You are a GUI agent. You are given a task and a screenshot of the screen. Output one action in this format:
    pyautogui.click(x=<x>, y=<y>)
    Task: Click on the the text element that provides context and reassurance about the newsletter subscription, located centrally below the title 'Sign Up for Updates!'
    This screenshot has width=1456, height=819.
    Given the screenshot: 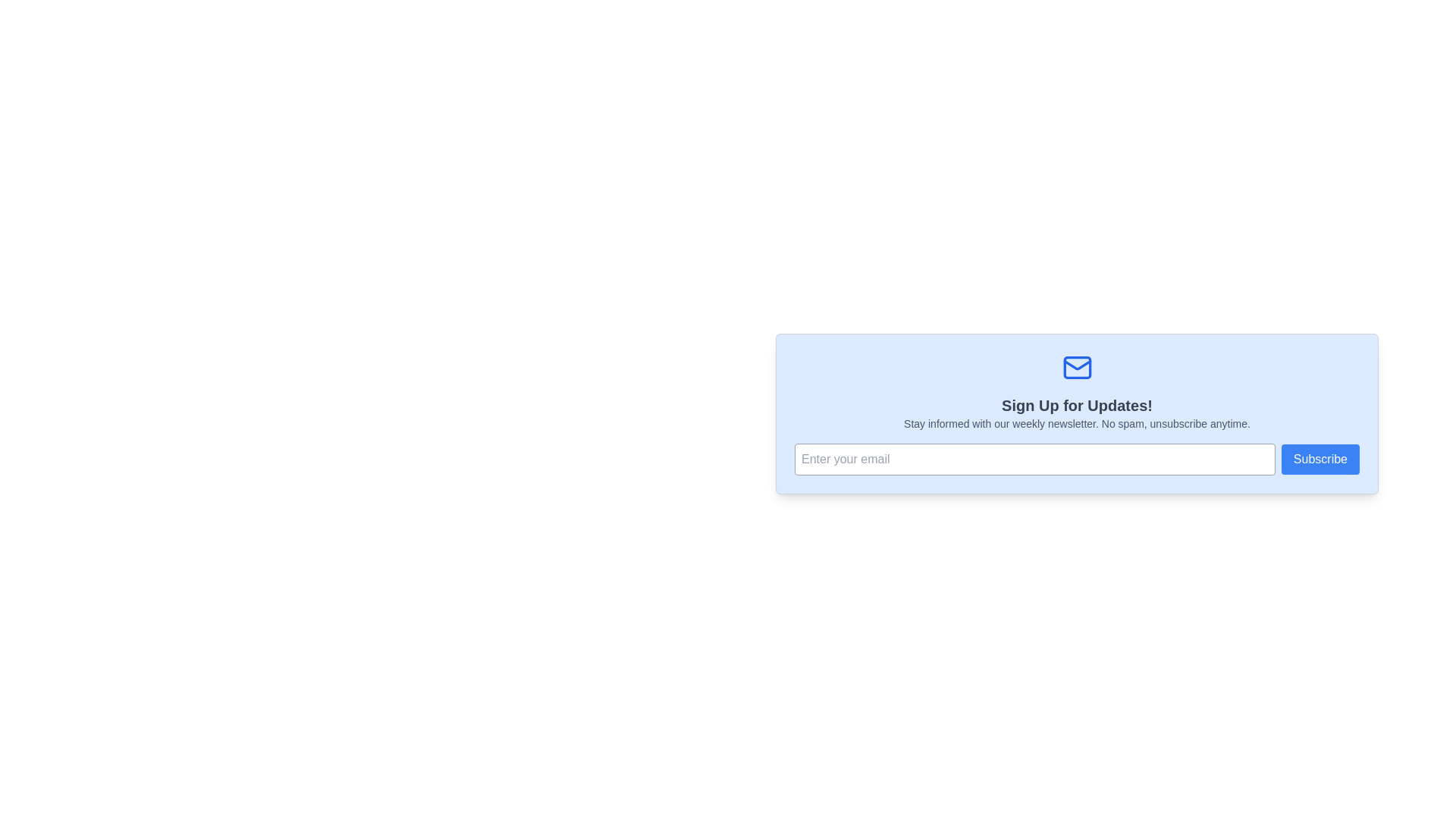 What is the action you would take?
    pyautogui.click(x=1076, y=424)
    